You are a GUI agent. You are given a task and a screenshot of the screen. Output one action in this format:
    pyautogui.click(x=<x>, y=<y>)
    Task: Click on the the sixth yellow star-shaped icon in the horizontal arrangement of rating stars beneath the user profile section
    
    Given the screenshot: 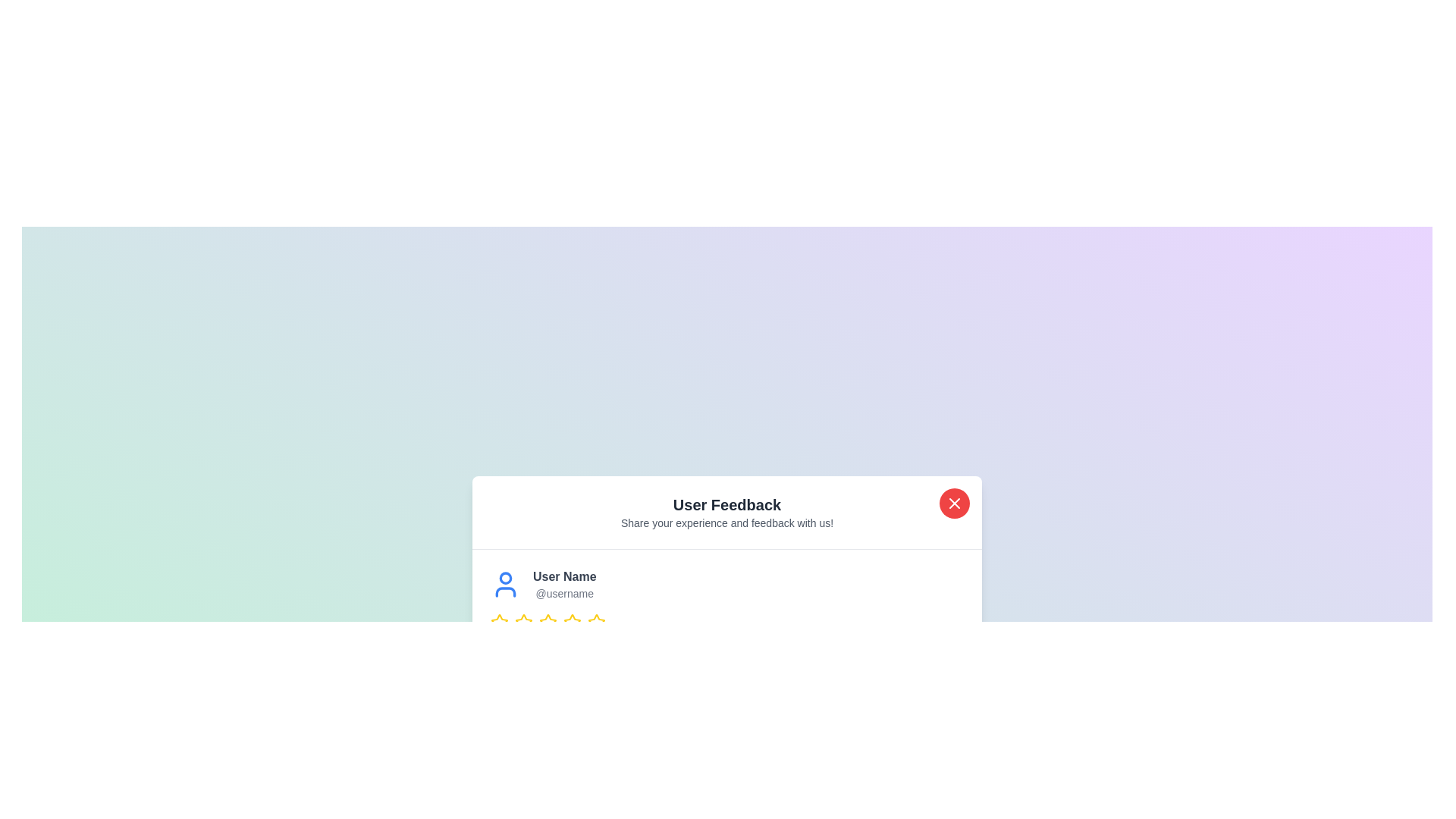 What is the action you would take?
    pyautogui.click(x=571, y=622)
    